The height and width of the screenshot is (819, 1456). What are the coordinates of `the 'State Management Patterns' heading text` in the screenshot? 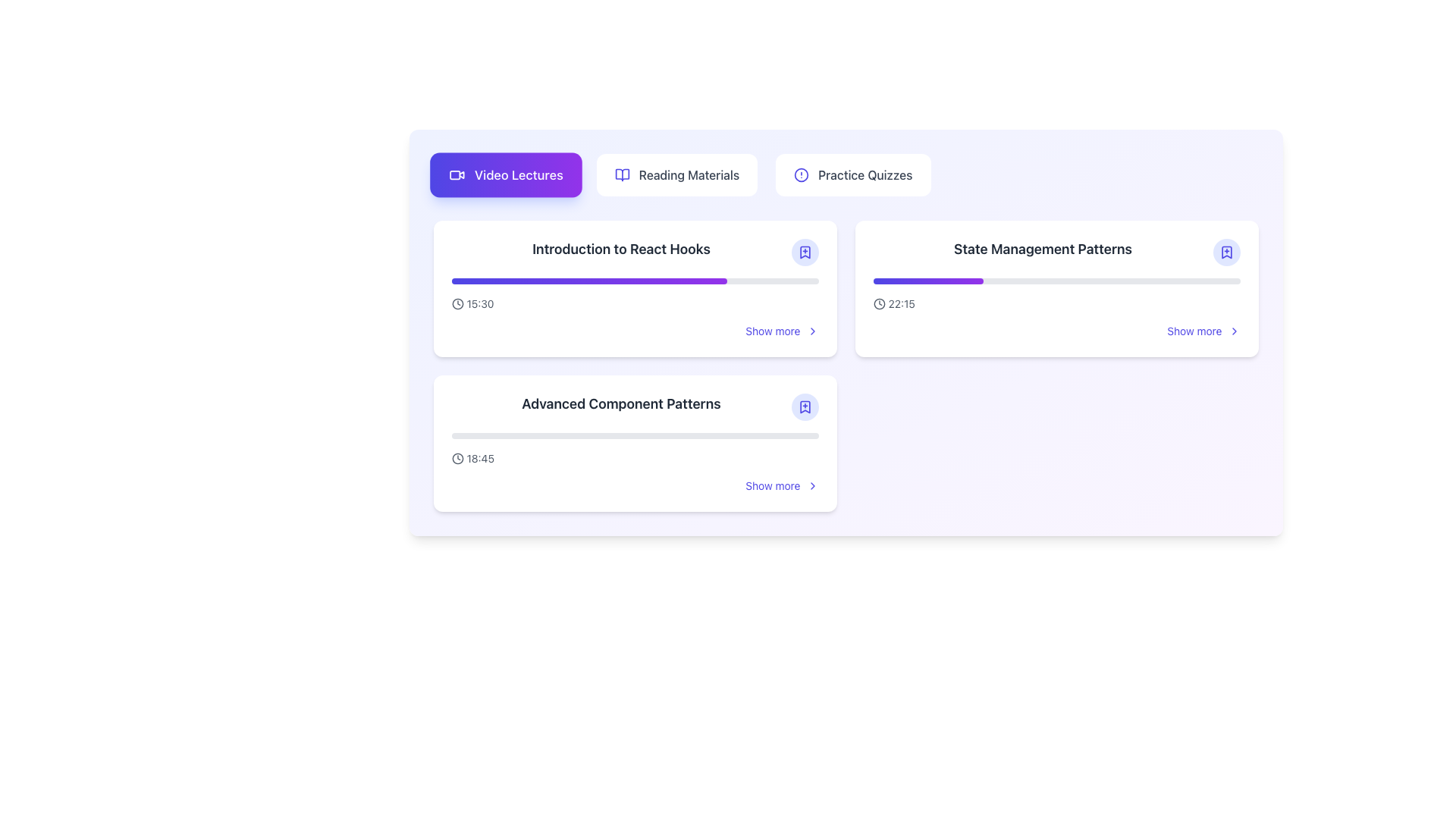 It's located at (1056, 251).